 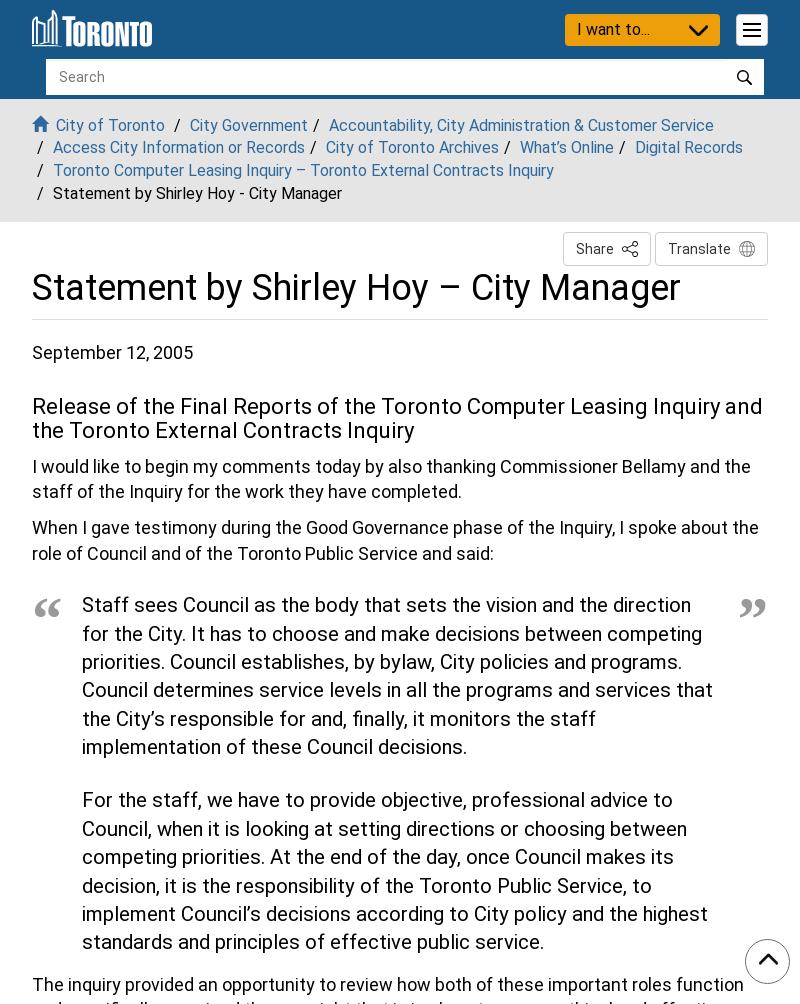 I want to click on 'I would like to begin my comments today by also thanking Commissioner Bellamy and the staff of the Inquiry for the work they have completed.', so click(x=390, y=477).